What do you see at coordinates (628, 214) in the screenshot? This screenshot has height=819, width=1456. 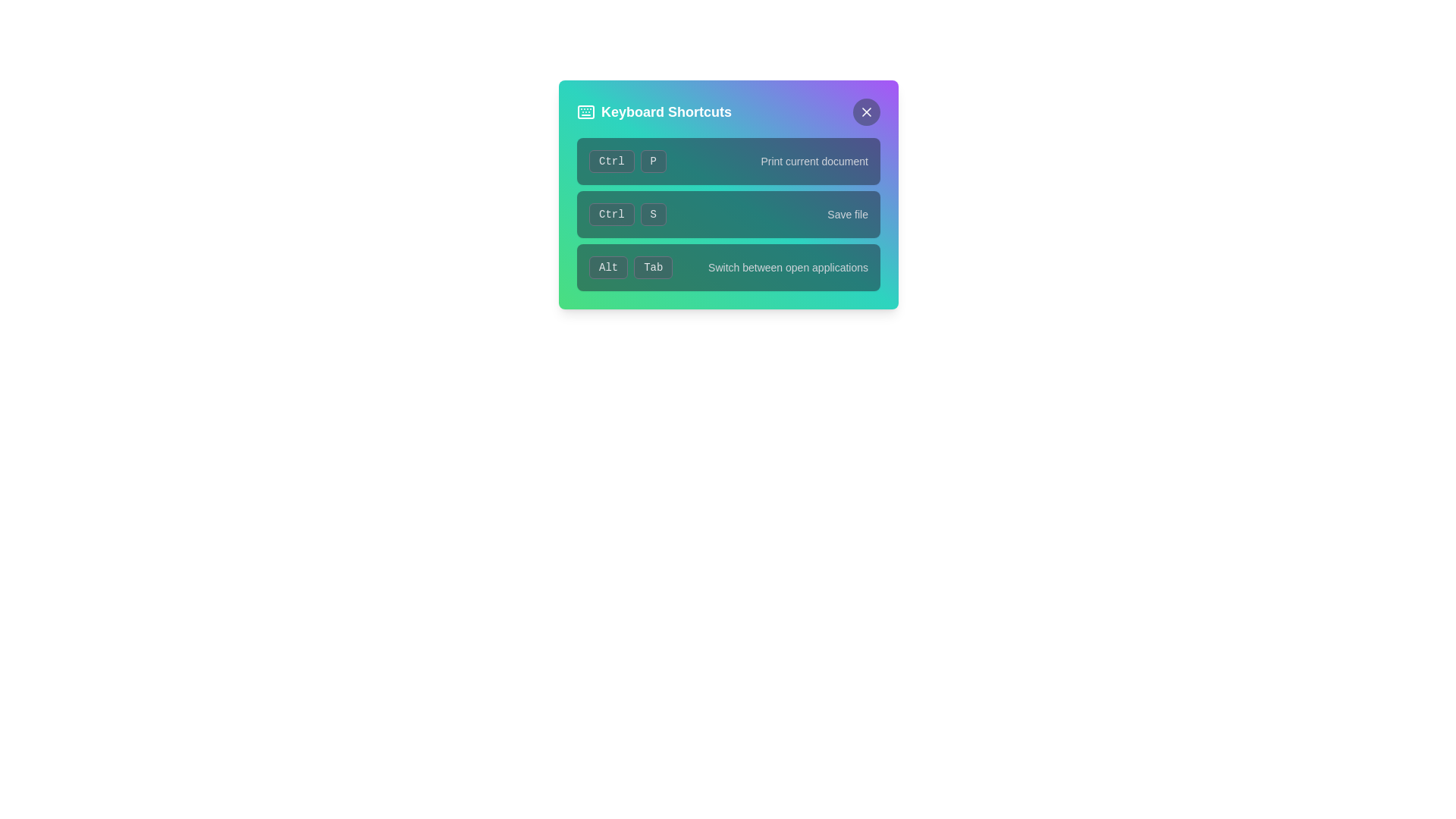 I see `the 'CtrlS' keyboard shortcut label, which is styled with distinct boxes and located in the second row of keyboard shortcuts, specifically for the 'Save file' action` at bounding box center [628, 214].